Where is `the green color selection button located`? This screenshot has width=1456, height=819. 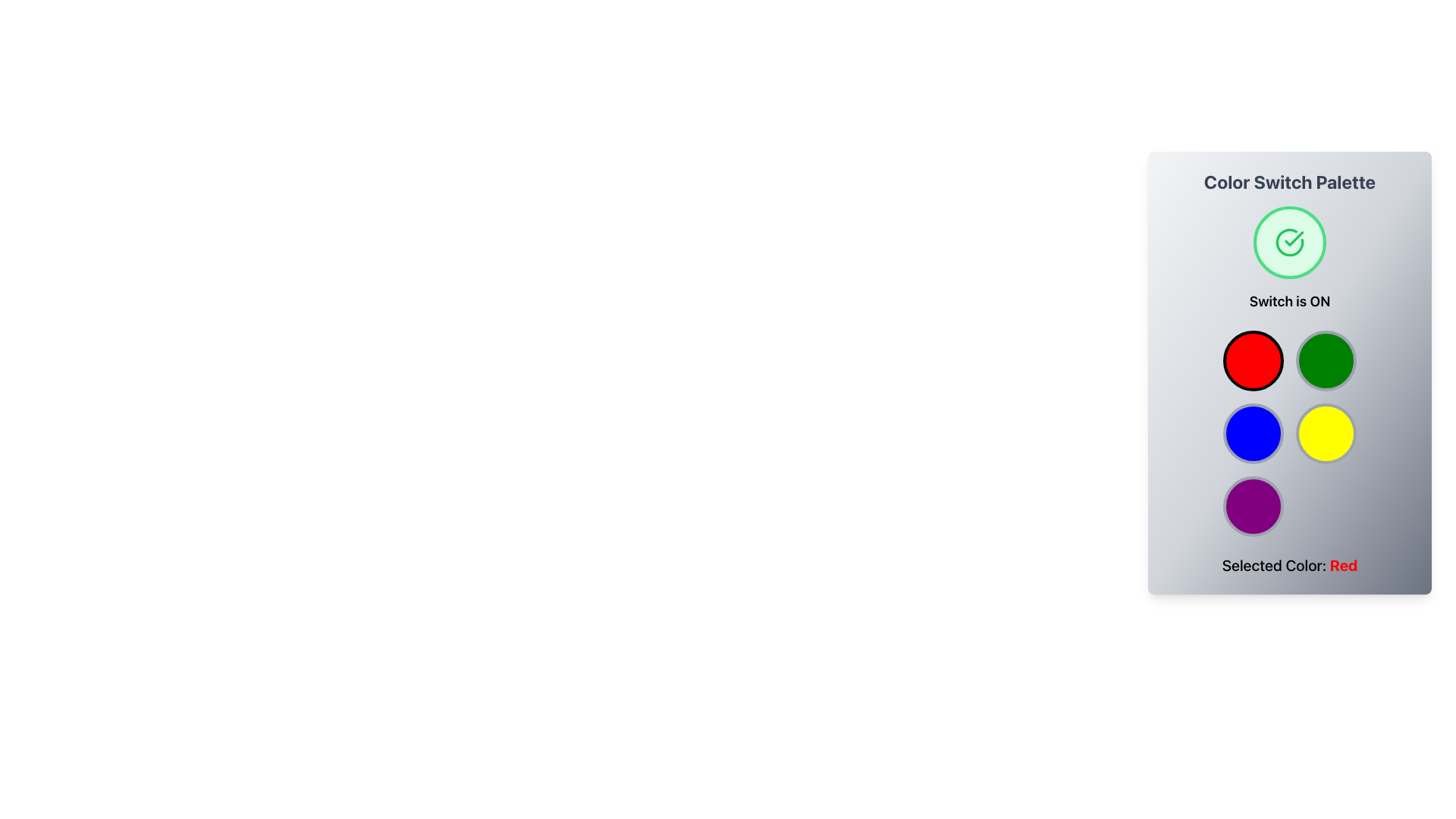 the green color selection button located is located at coordinates (1325, 360).